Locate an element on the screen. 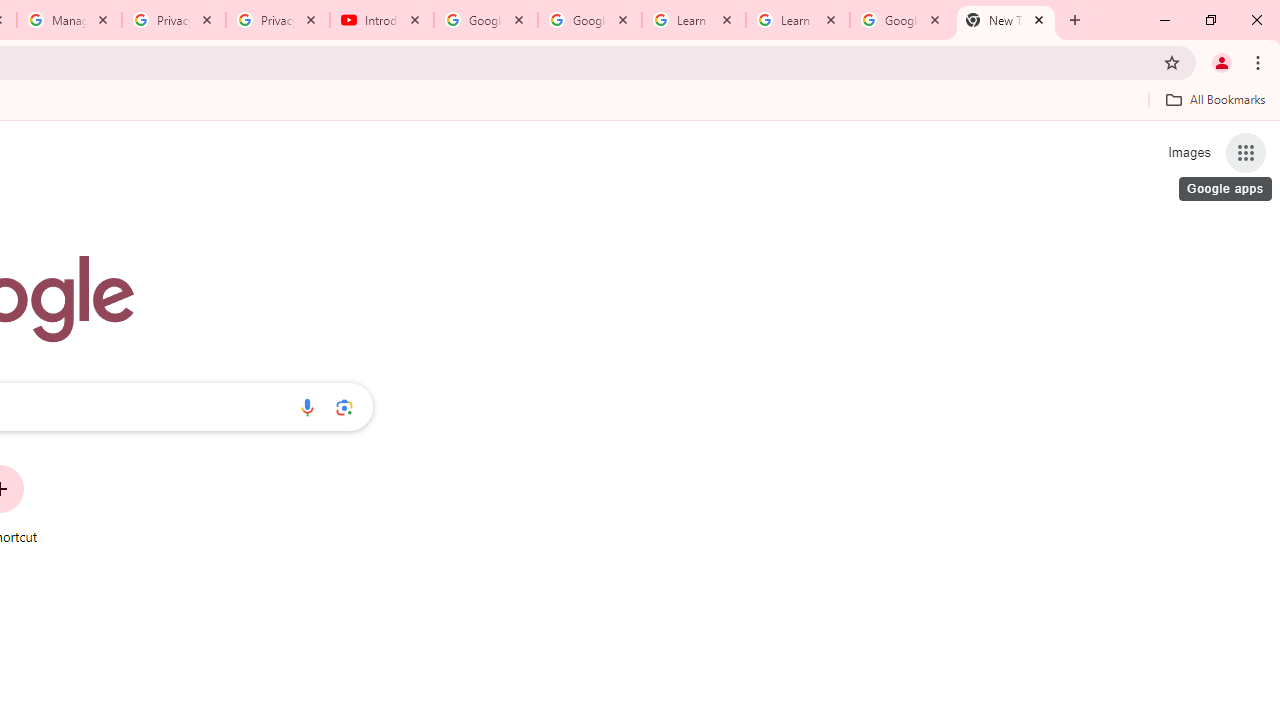  'Google Account' is located at coordinates (900, 20).